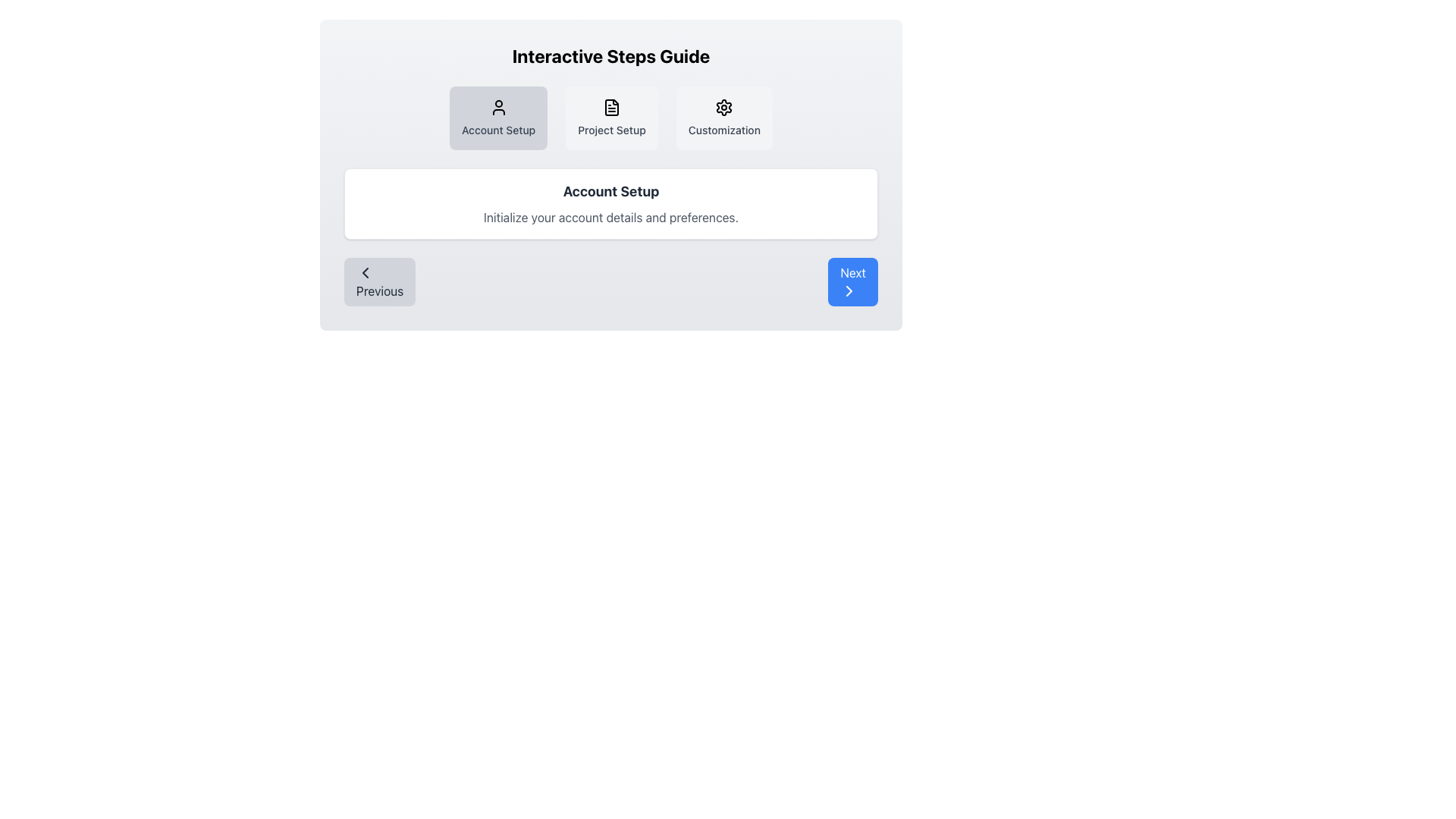 This screenshot has width=1456, height=819. I want to click on the gear-shaped settings icon located in the 'Interactive Steps Guide' section, which is the rightmost icon among three in the 'Customization' step, so click(723, 107).